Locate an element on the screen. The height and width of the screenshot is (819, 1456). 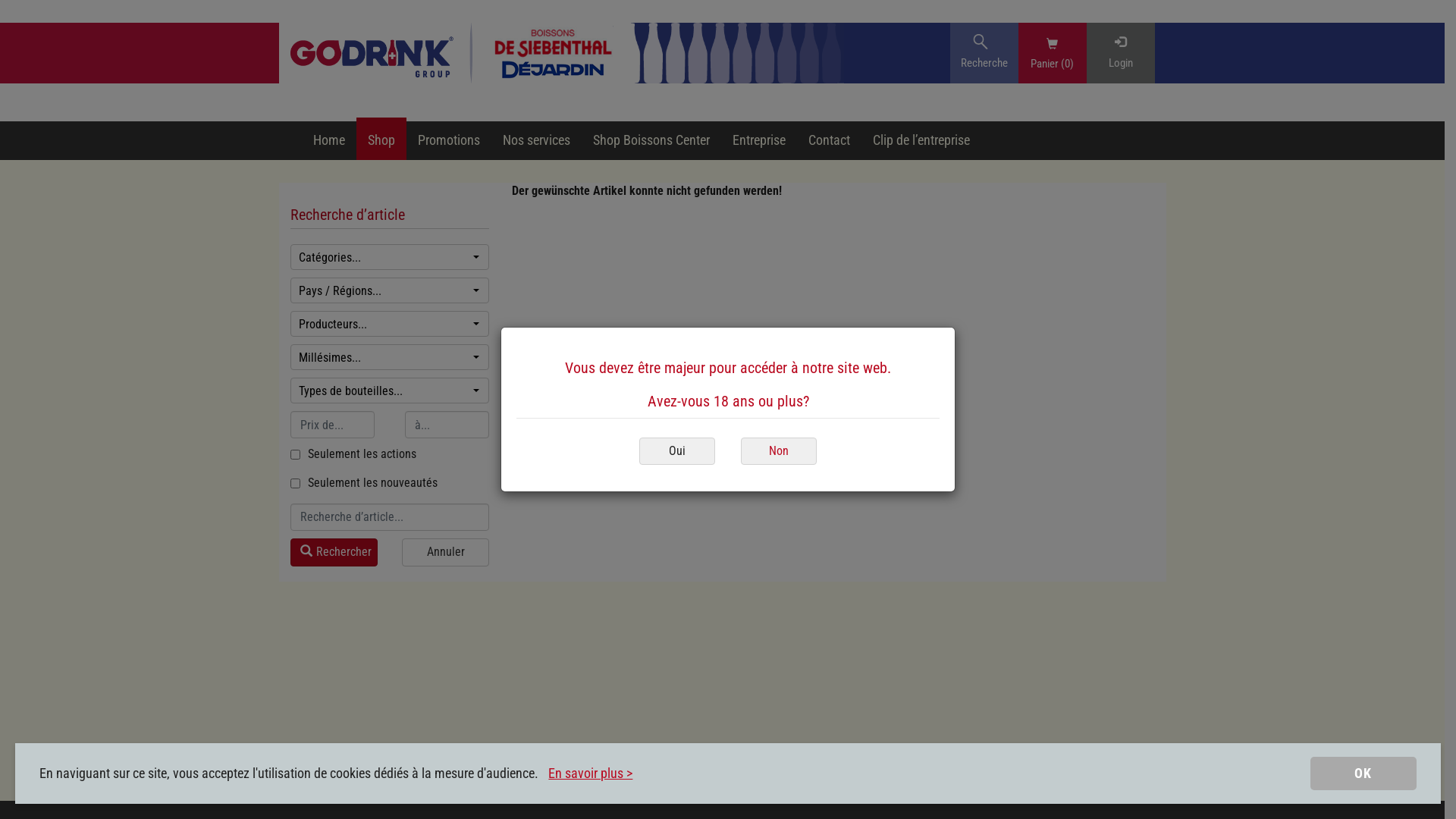
'Home' is located at coordinates (328, 140).